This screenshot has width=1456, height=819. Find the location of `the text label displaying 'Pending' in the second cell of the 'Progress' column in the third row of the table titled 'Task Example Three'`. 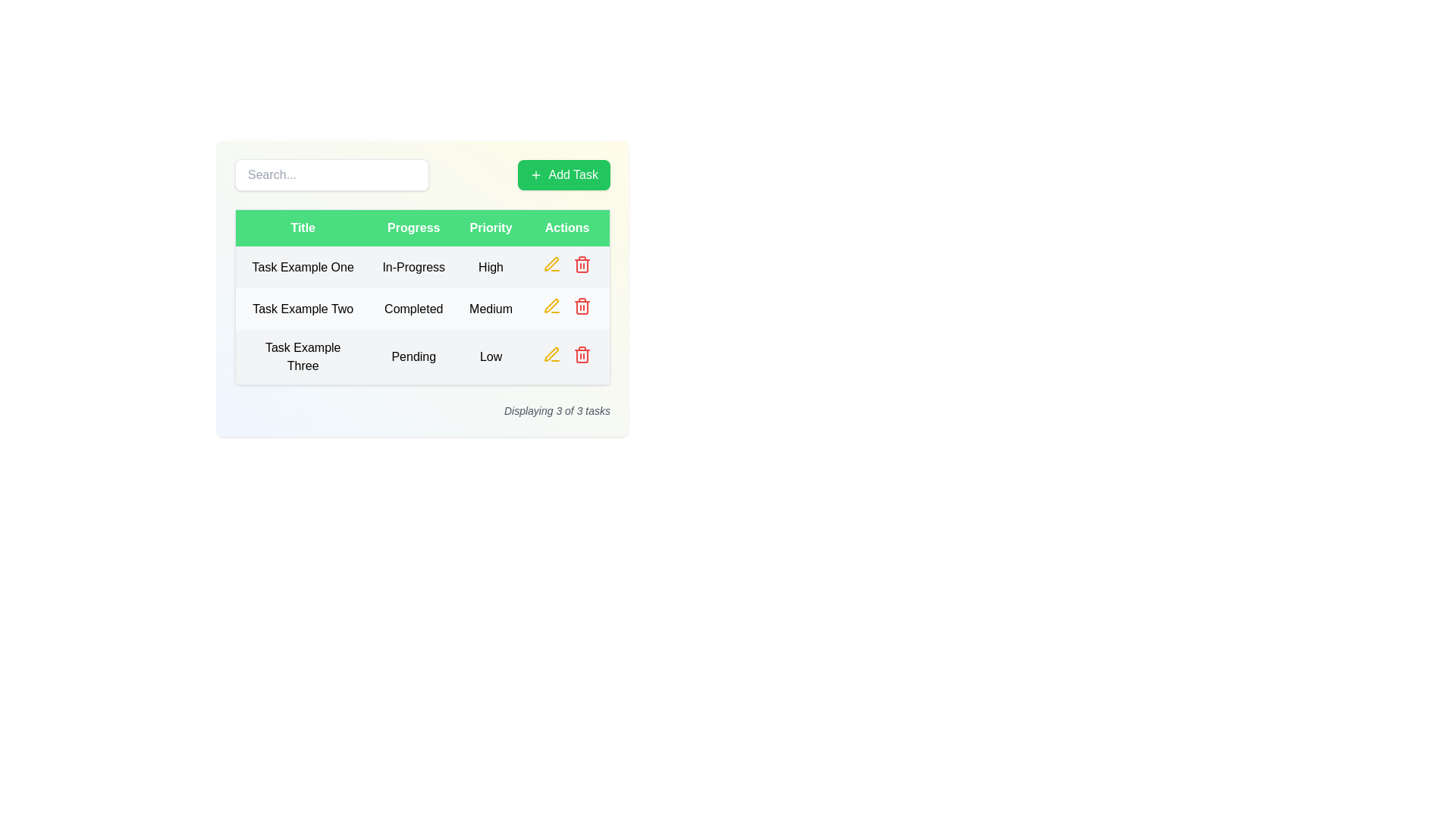

the text label displaying 'Pending' in the second cell of the 'Progress' column in the third row of the table titled 'Task Example Three' is located at coordinates (413, 357).